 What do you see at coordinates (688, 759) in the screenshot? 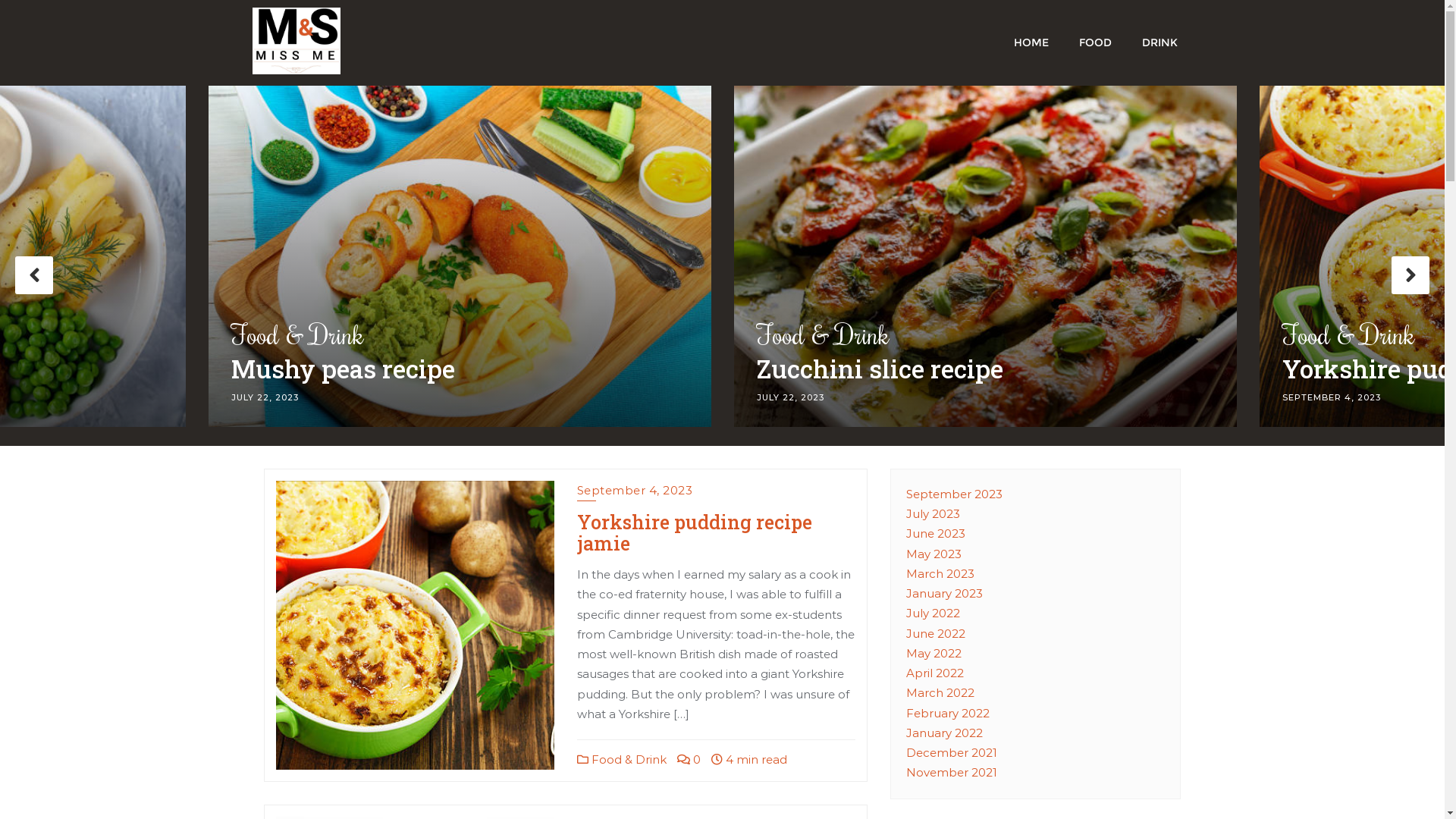
I see `'0'` at bounding box center [688, 759].